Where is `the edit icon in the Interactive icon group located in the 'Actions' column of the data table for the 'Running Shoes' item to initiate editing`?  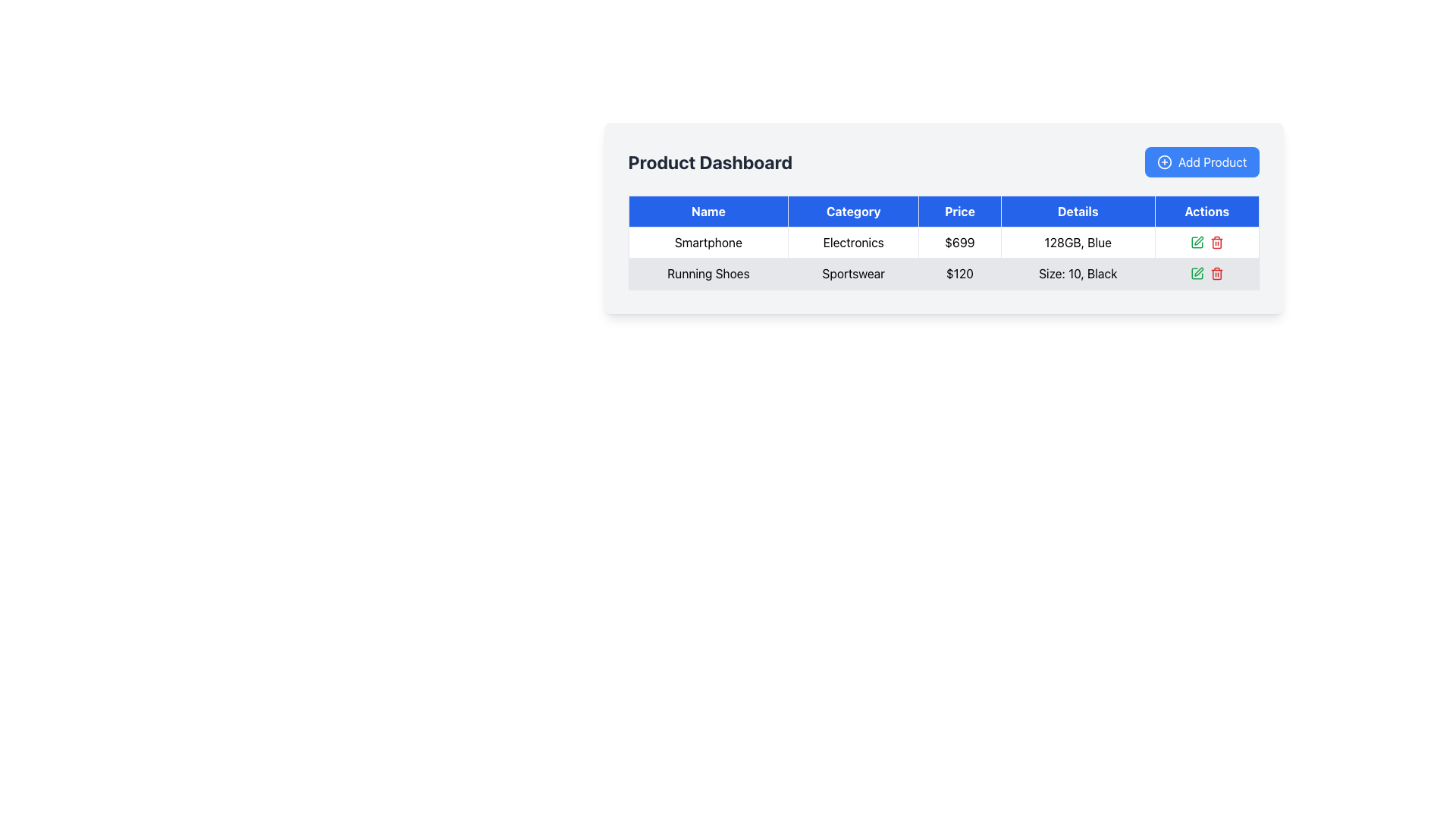 the edit icon in the Interactive icon group located in the 'Actions' column of the data table for the 'Running Shoes' item to initiate editing is located at coordinates (1206, 274).